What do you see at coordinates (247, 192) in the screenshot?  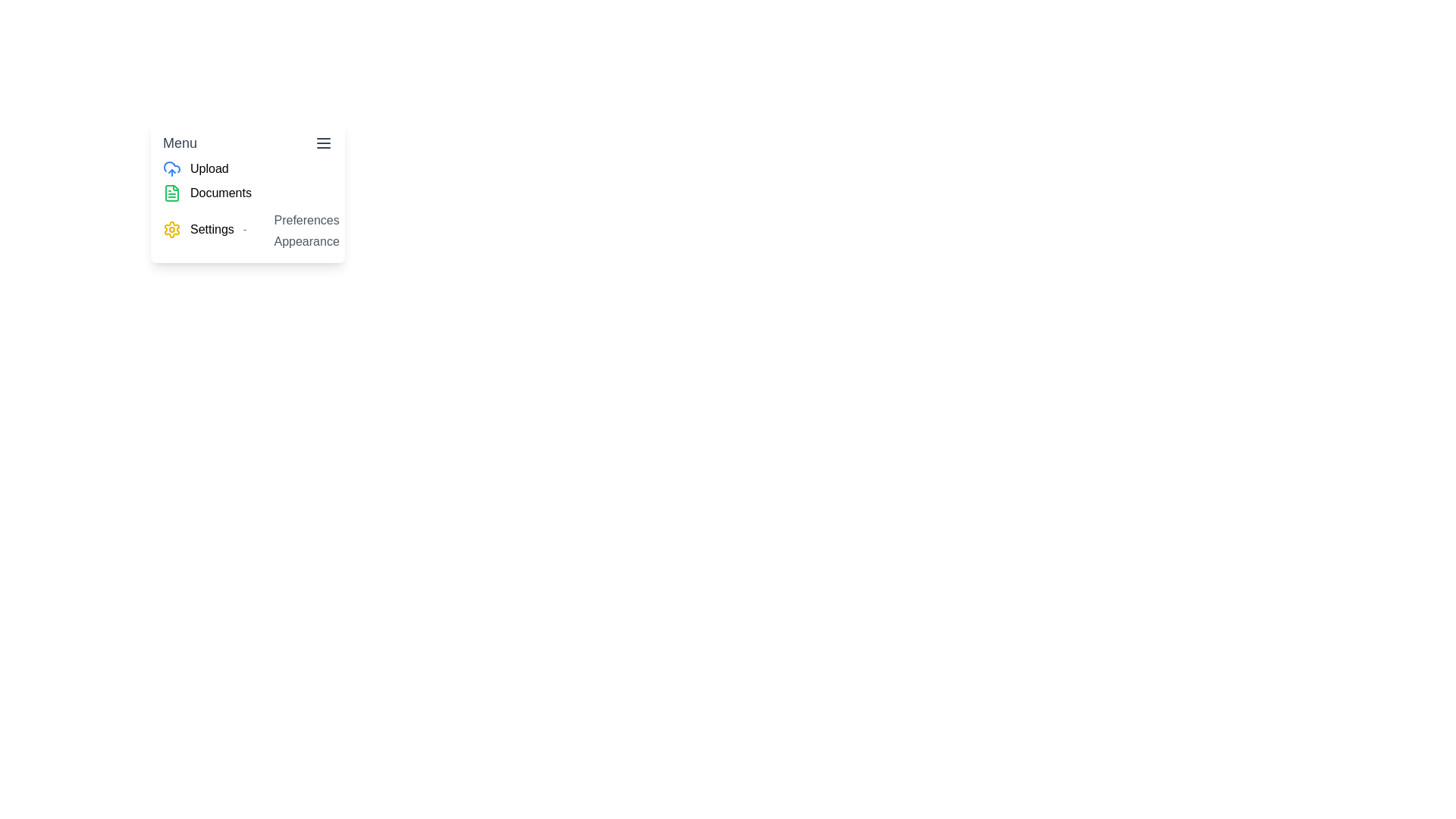 I see `the 'Documents' menu item, which is the second item in the vertical menu stack under the 'Menu' heading, located directly below the 'Upload' menu item` at bounding box center [247, 192].